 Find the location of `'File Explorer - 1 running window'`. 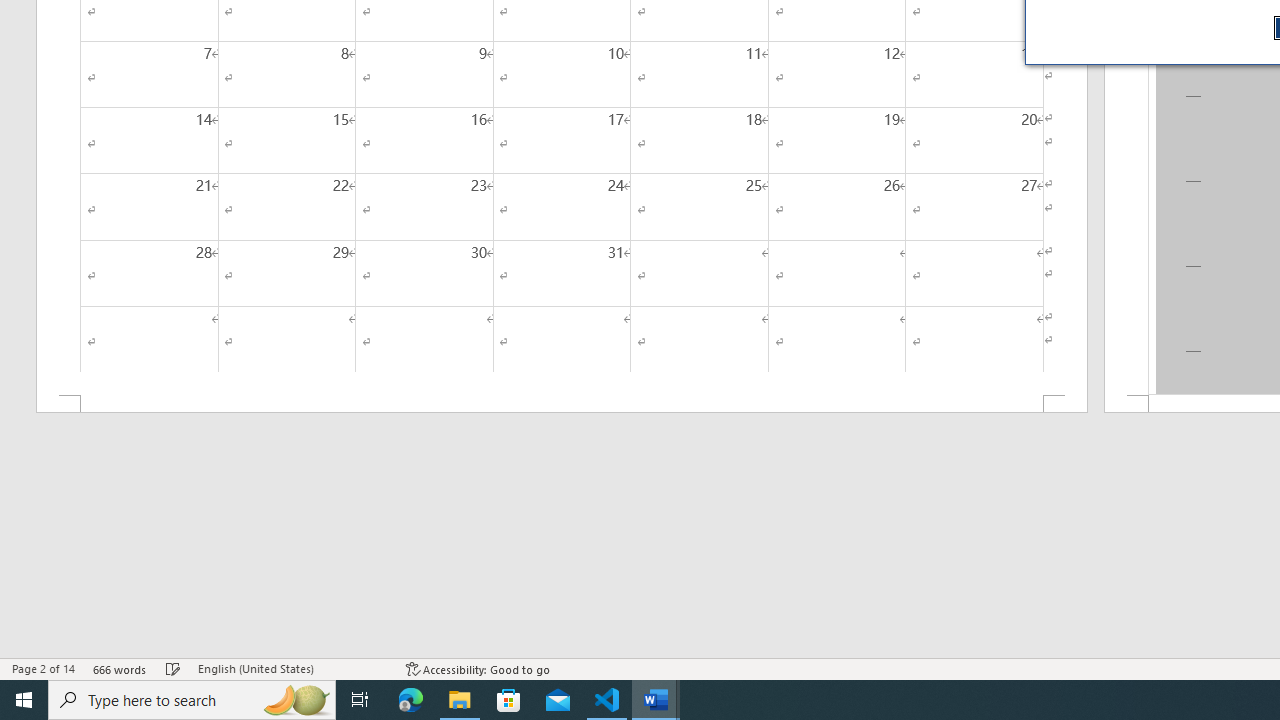

'File Explorer - 1 running window' is located at coordinates (459, 698).